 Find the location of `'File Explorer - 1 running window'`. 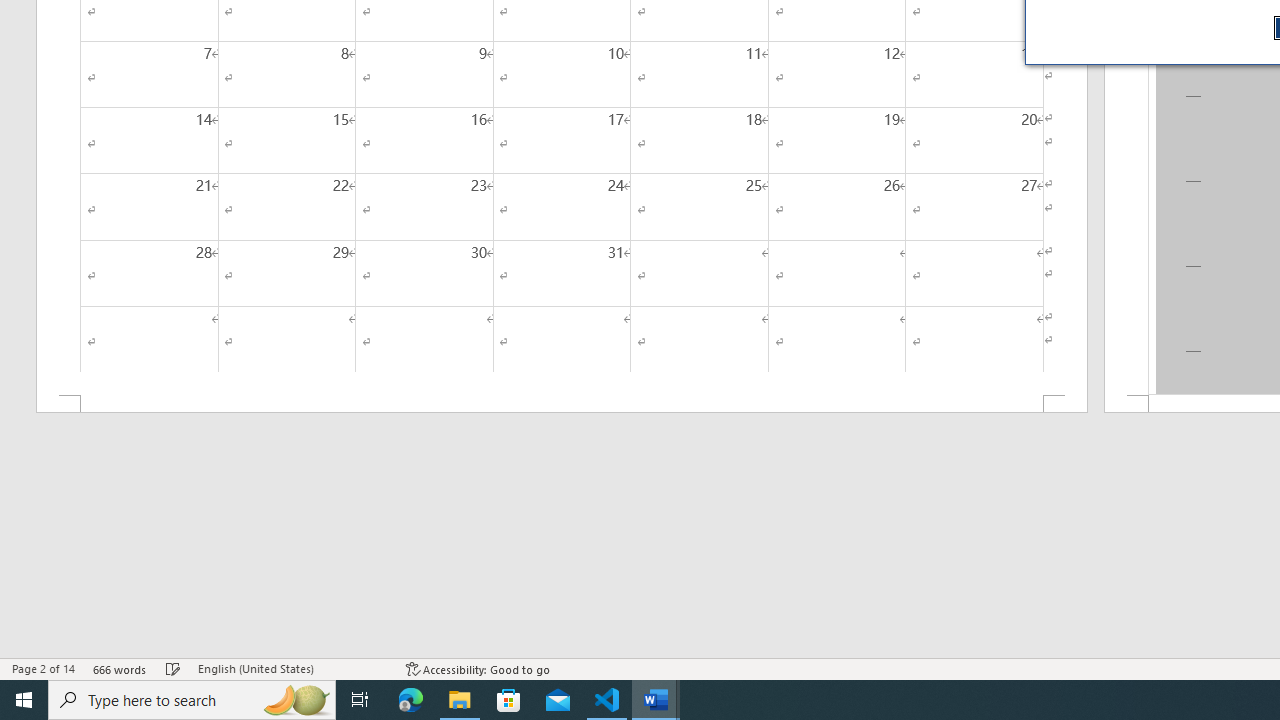

'File Explorer - 1 running window' is located at coordinates (459, 698).